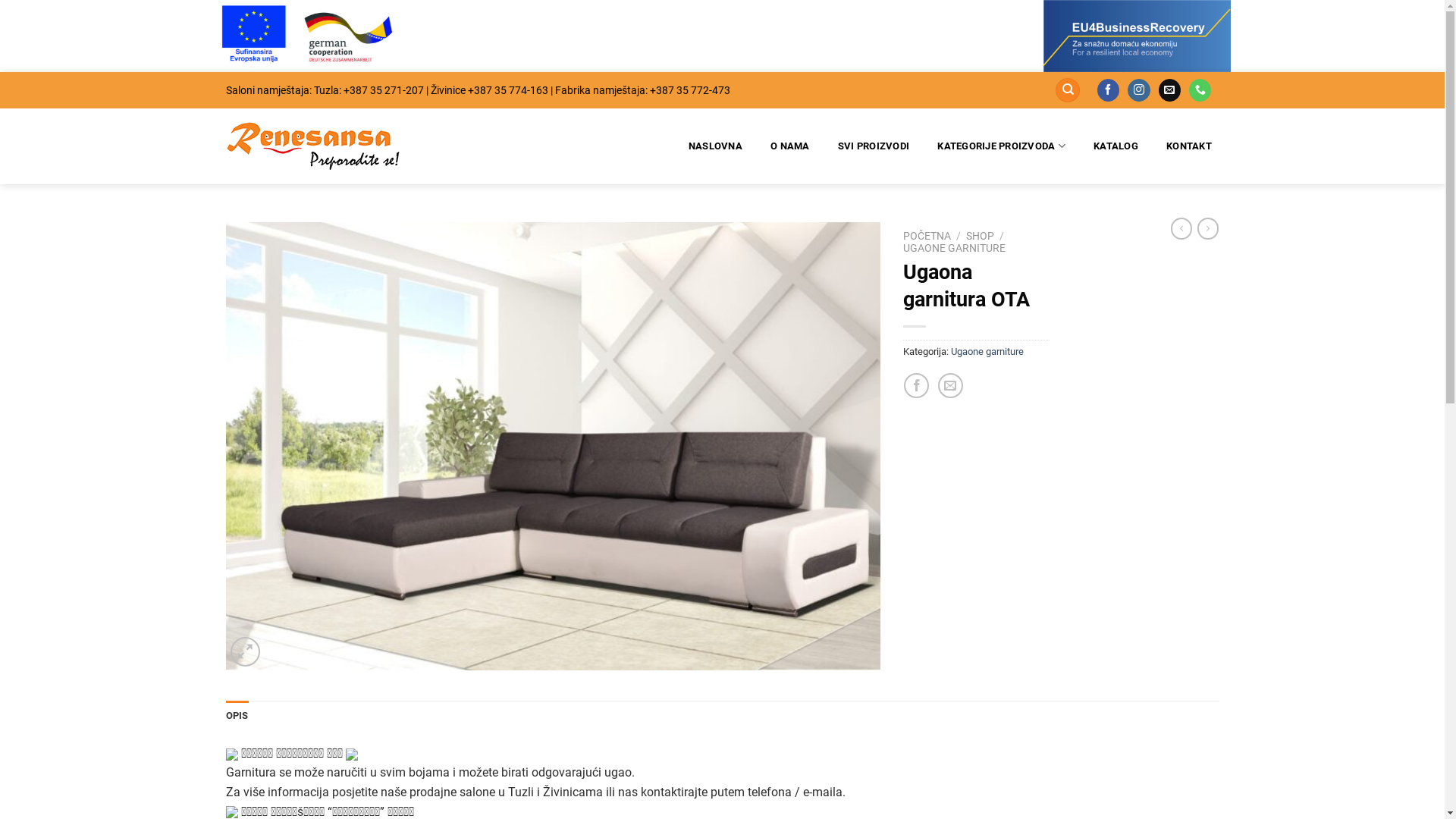 Image resolution: width=1456 pixels, height=819 pixels. What do you see at coordinates (1108, 90) in the screenshot?
I see `'Follow on Facebook'` at bounding box center [1108, 90].